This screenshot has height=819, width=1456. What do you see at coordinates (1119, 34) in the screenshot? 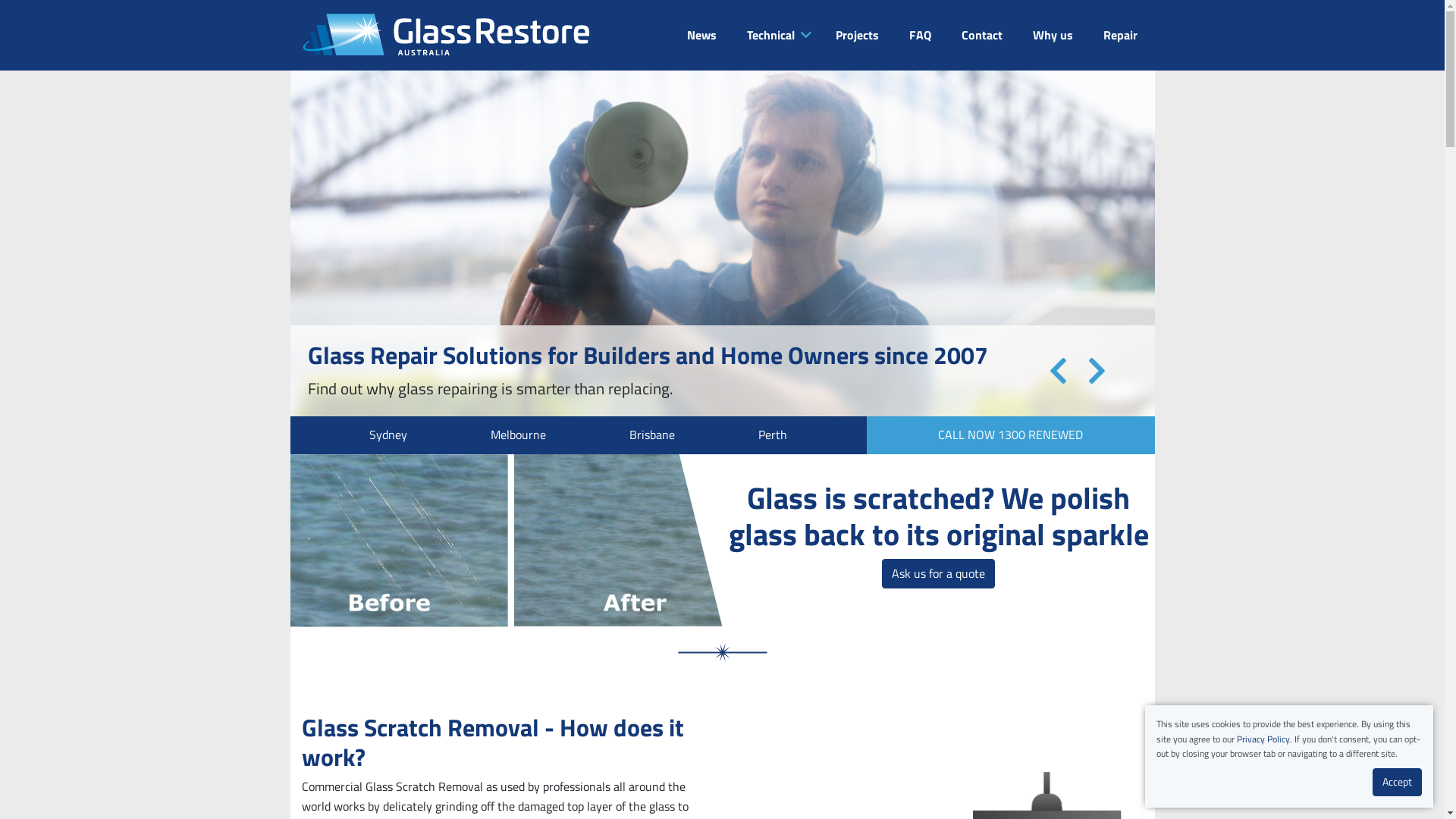
I see `'Repair'` at bounding box center [1119, 34].